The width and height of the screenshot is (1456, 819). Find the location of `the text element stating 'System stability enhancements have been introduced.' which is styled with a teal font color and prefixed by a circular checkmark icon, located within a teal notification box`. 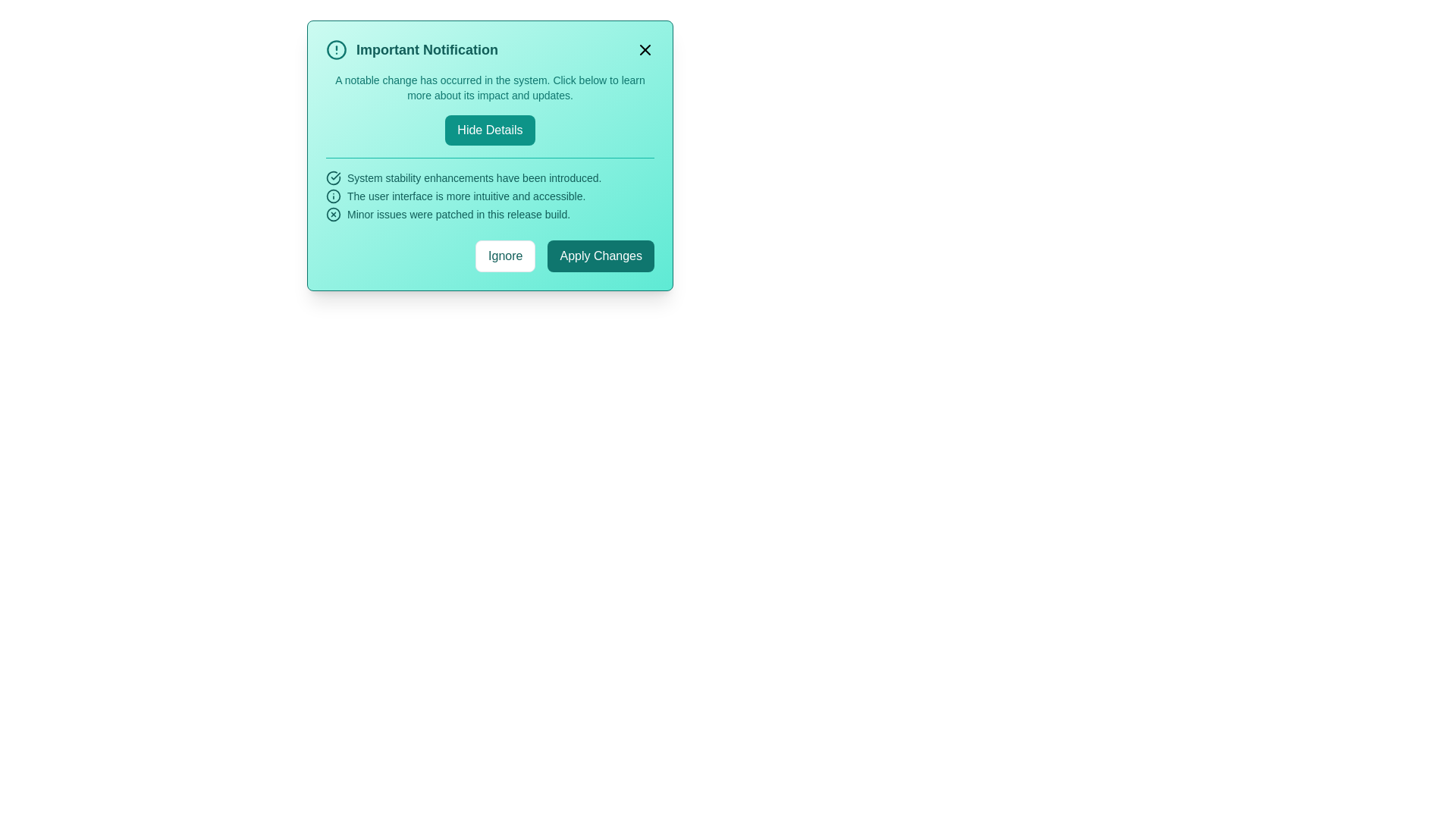

the text element stating 'System stability enhancements have been introduced.' which is styled with a teal font color and prefixed by a circular checkmark icon, located within a teal notification box is located at coordinates (490, 177).